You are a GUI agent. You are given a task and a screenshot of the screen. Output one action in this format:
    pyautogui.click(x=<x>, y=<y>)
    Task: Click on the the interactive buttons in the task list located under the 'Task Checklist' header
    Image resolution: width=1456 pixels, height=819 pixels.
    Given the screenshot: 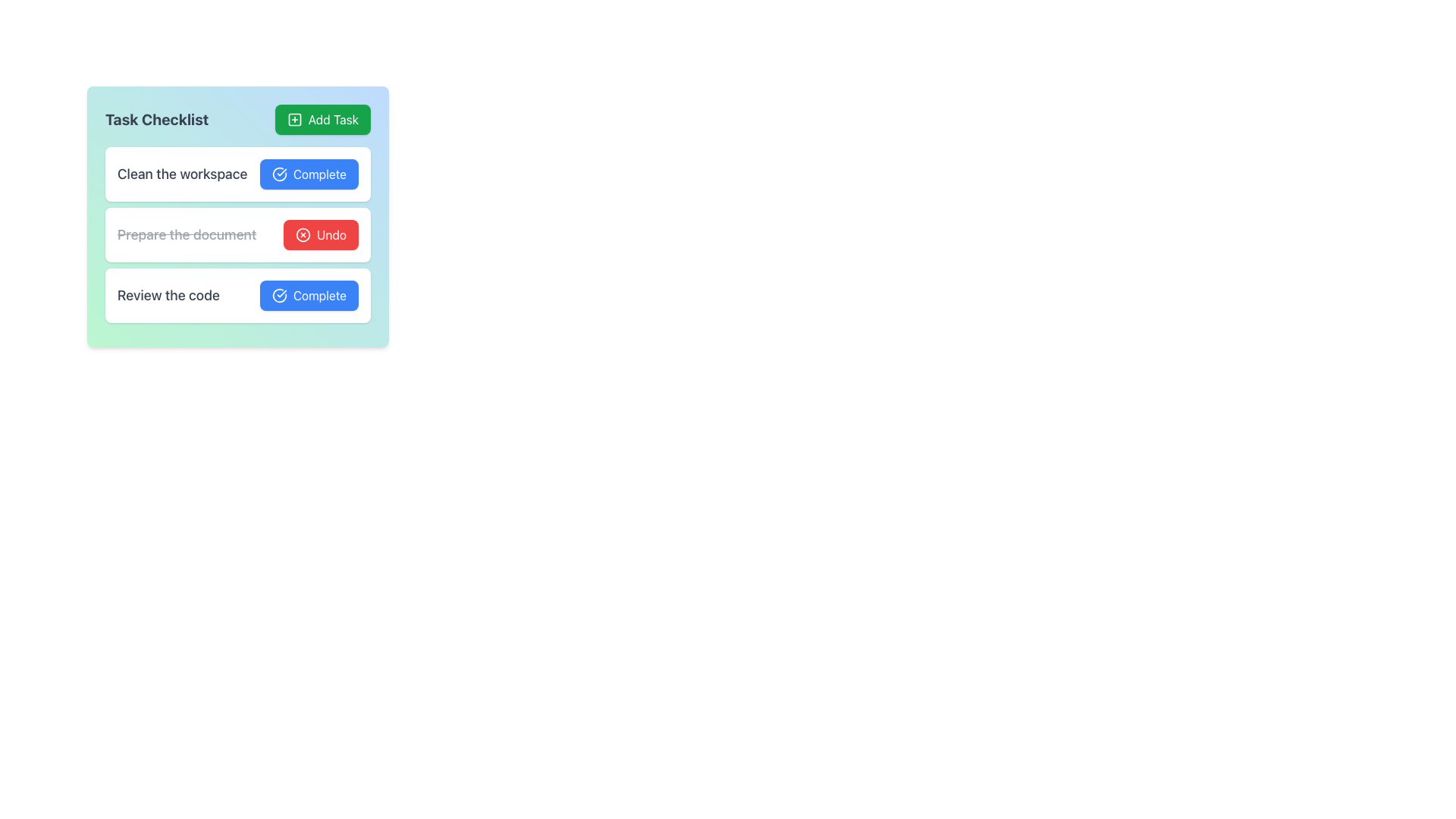 What is the action you would take?
    pyautogui.click(x=237, y=234)
    